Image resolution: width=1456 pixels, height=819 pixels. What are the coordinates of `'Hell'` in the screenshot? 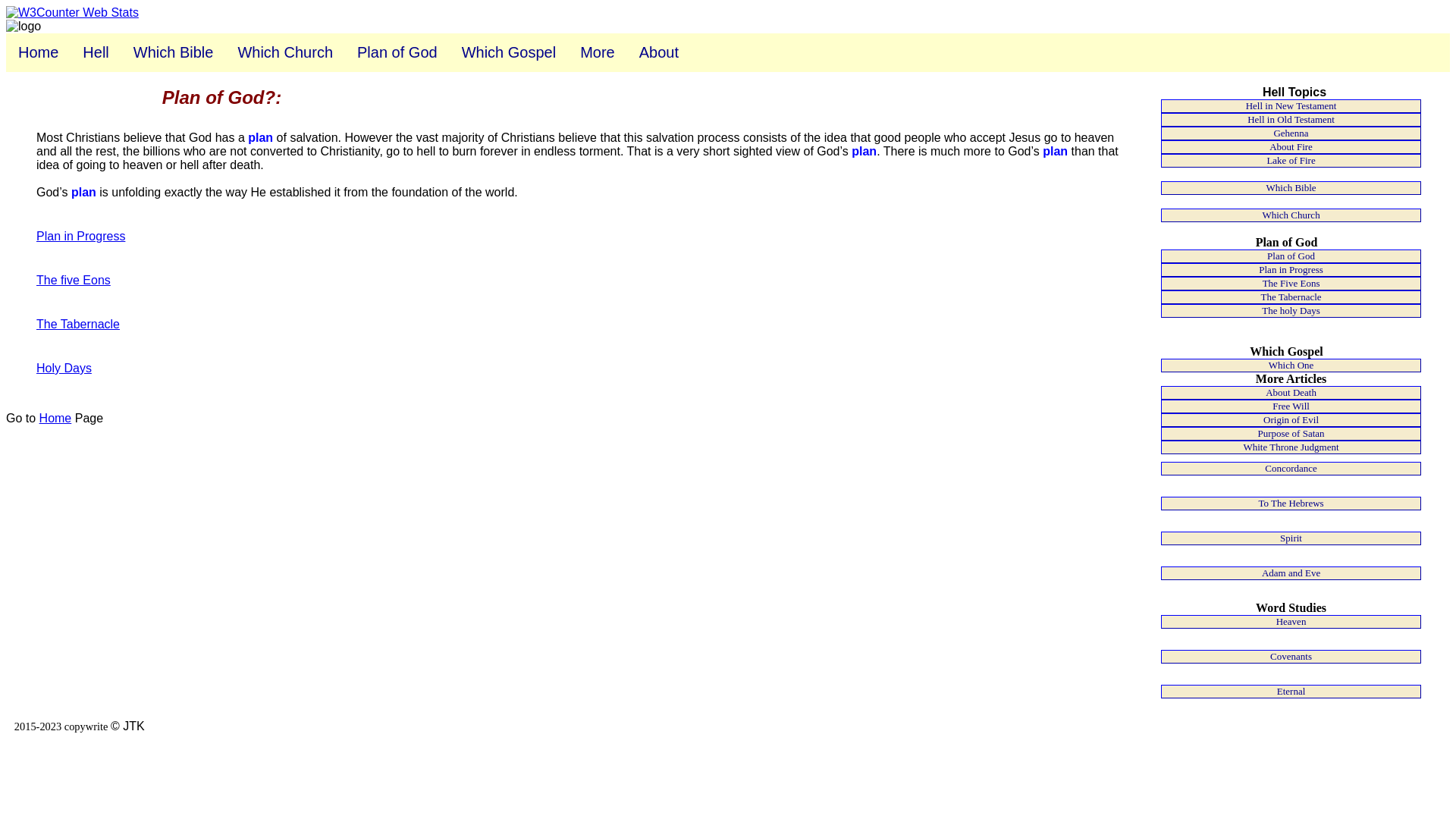 It's located at (94, 52).